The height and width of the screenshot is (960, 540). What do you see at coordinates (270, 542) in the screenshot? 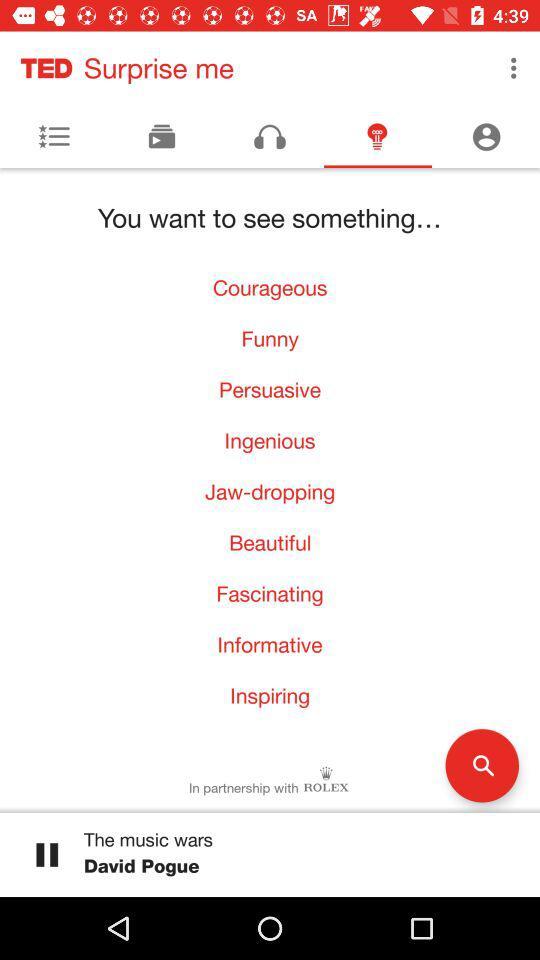
I see `the item above the fascinating icon` at bounding box center [270, 542].